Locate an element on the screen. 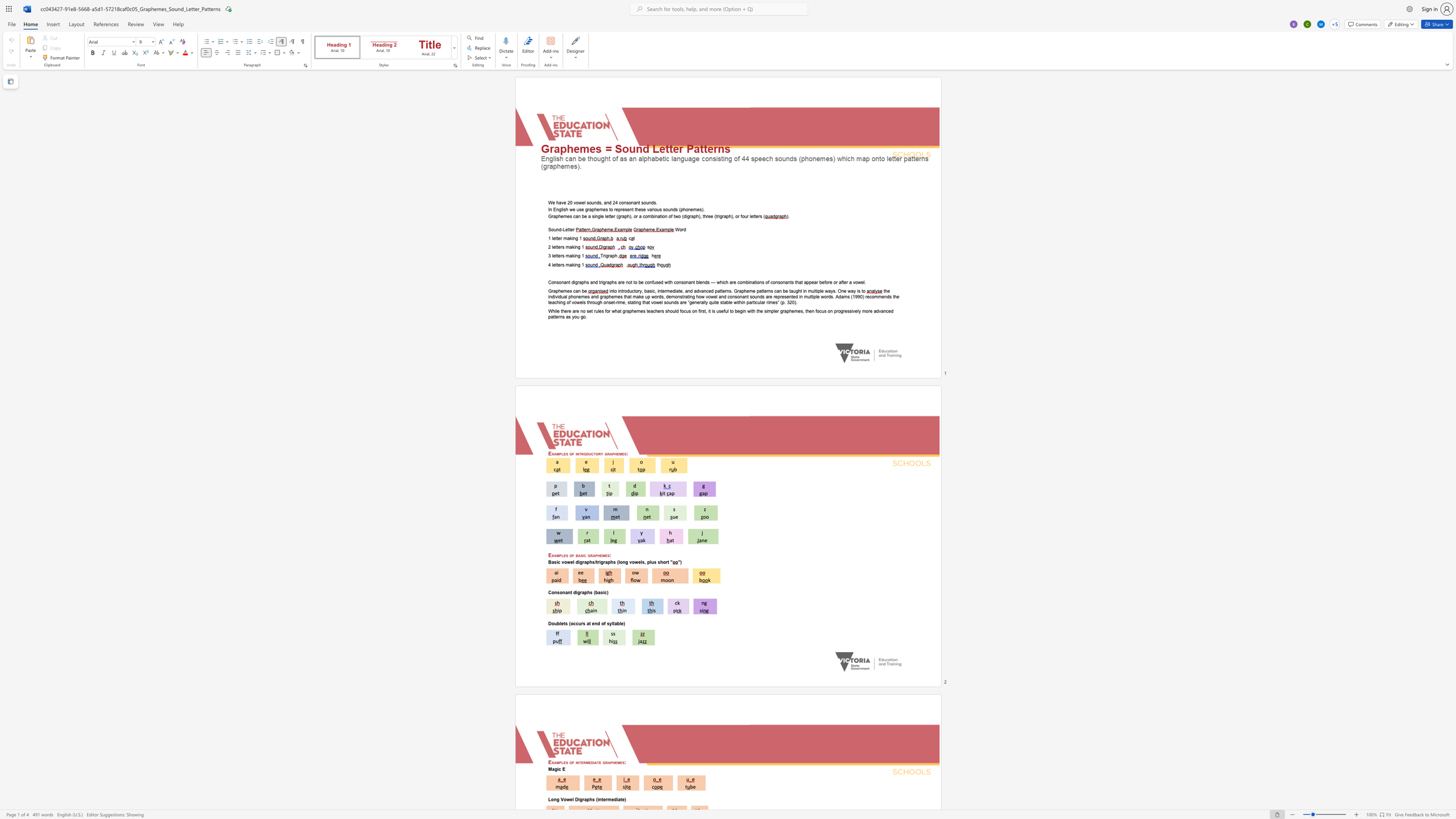 This screenshot has width=1456, height=819. the 1th character "u" in the text is located at coordinates (746, 215).